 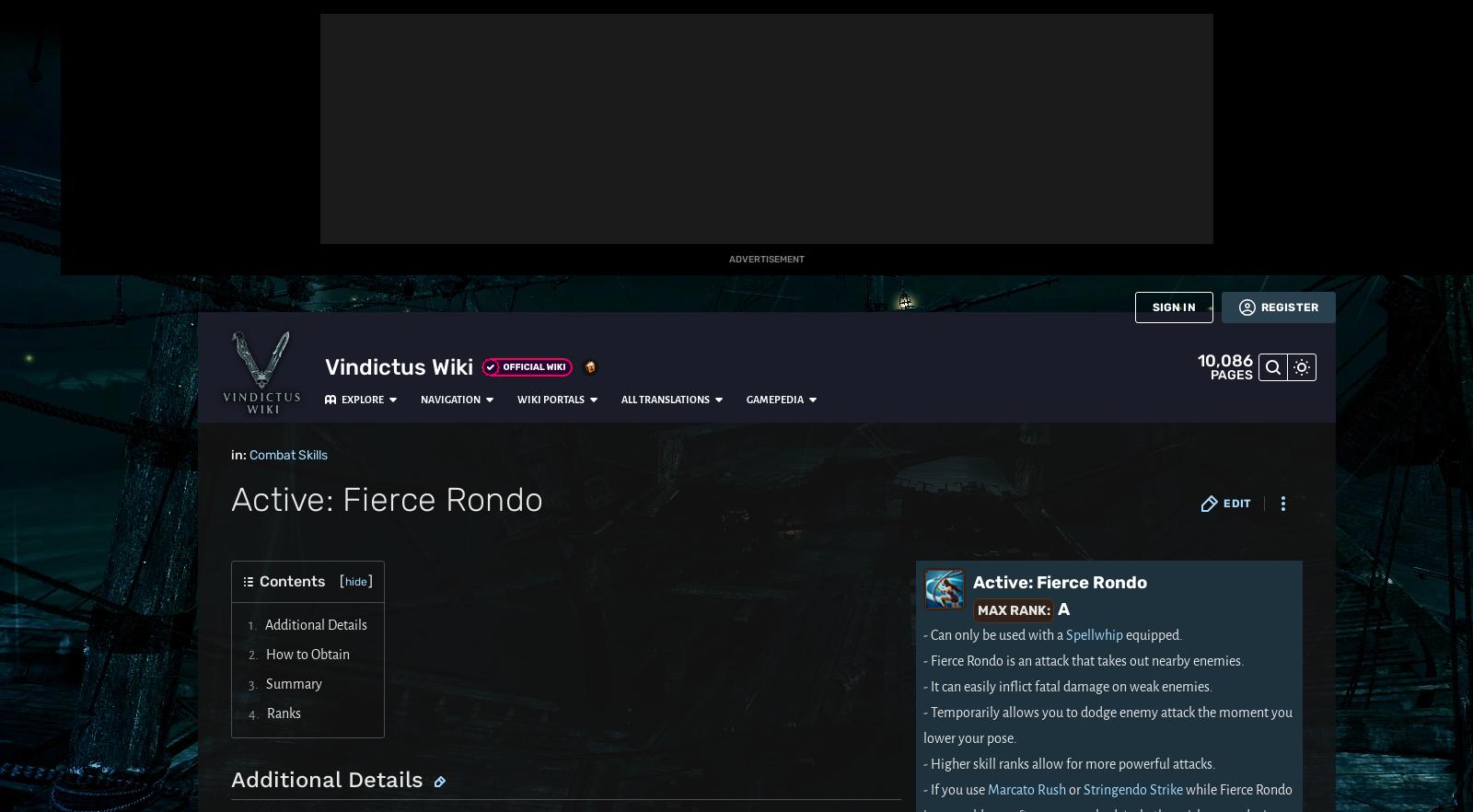 What do you see at coordinates (29, 593) in the screenshot?
I see `'Wikis'` at bounding box center [29, 593].